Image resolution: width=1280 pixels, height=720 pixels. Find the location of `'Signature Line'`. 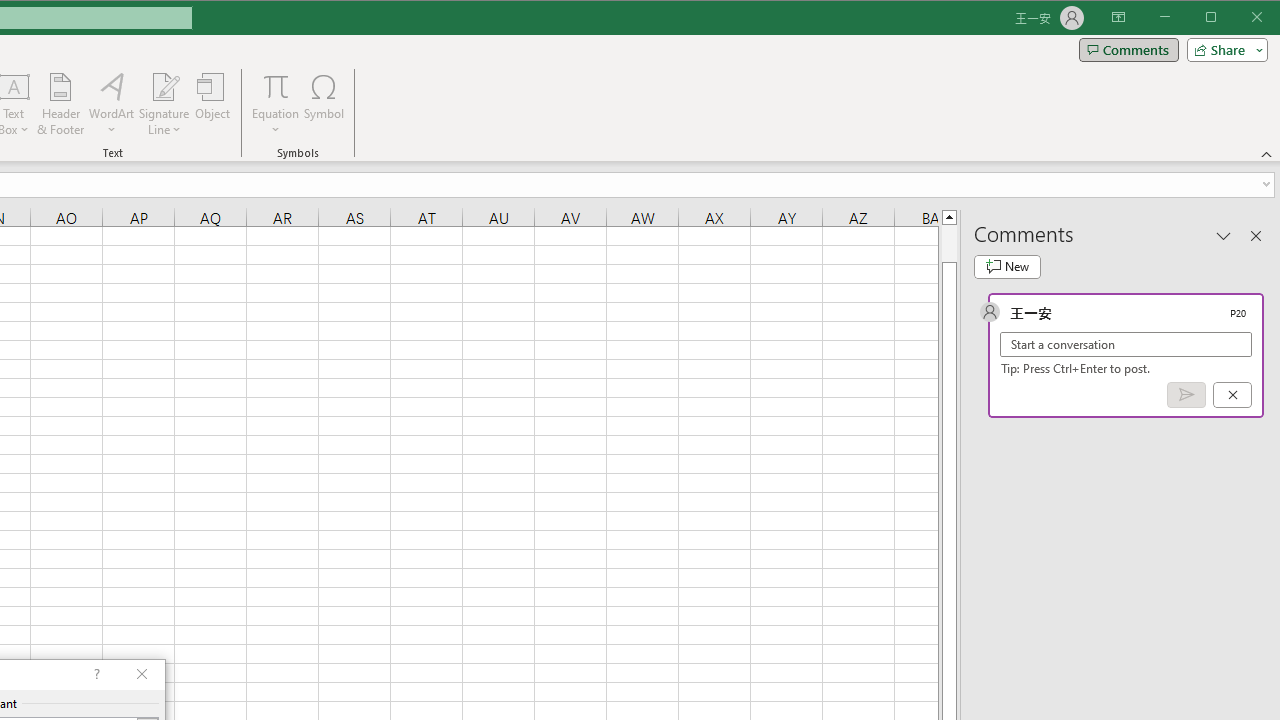

'Signature Line' is located at coordinates (164, 85).